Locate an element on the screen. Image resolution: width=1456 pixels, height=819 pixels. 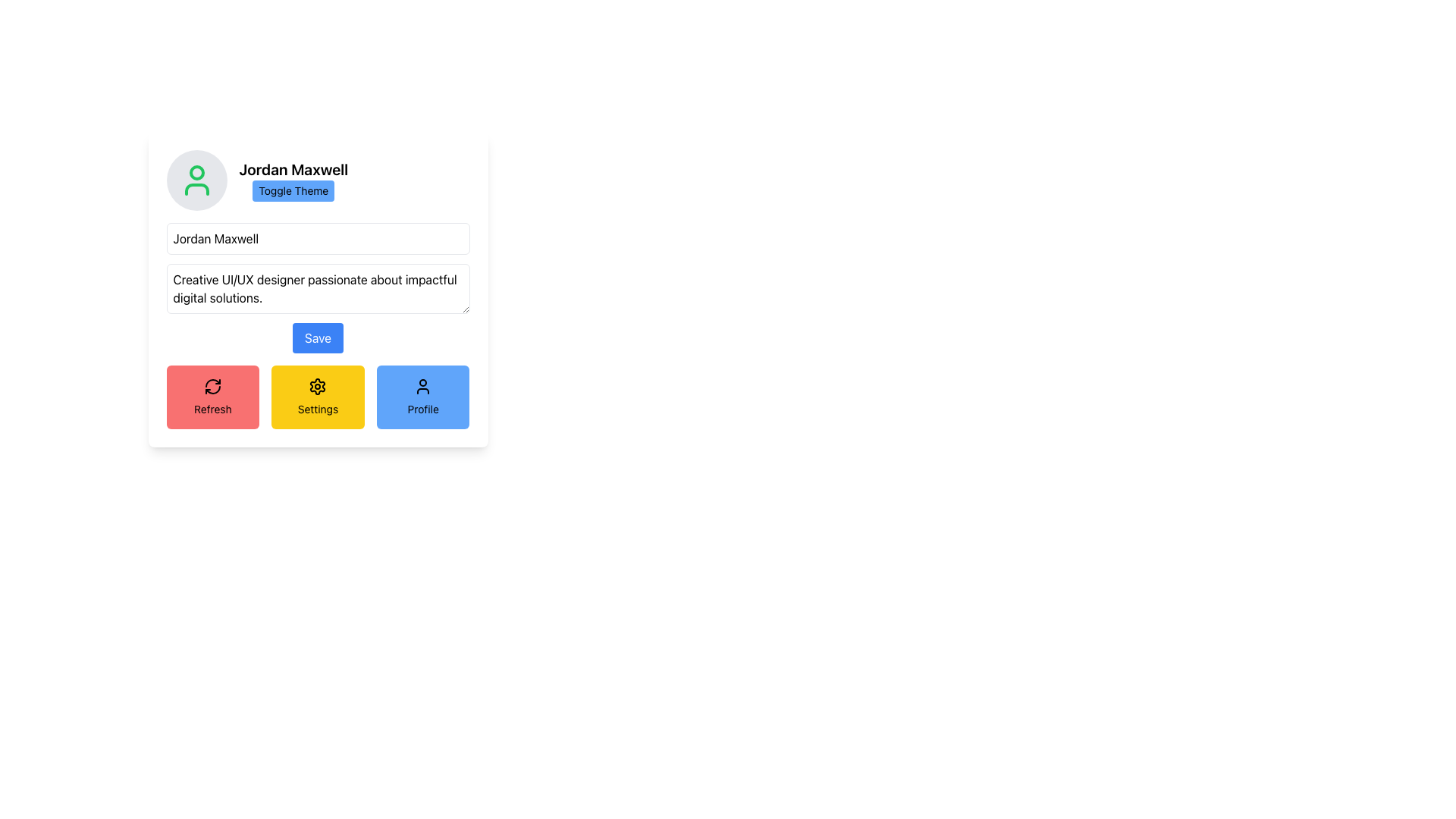
the theme toggle button located beneath the title 'Jordan Maxwell' and to the right of the avatar icon is located at coordinates (317, 180).